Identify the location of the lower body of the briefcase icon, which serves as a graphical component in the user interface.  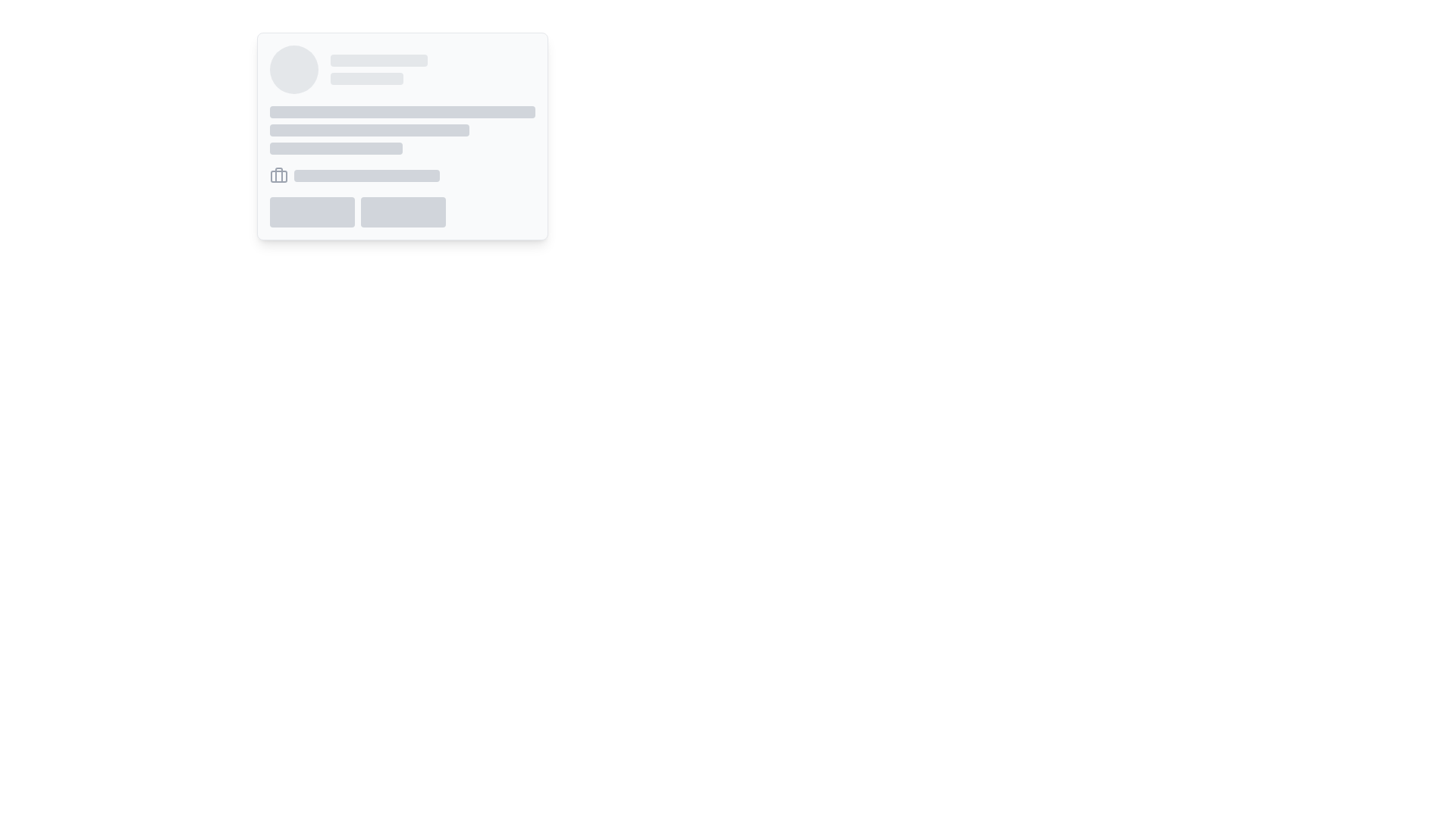
(279, 175).